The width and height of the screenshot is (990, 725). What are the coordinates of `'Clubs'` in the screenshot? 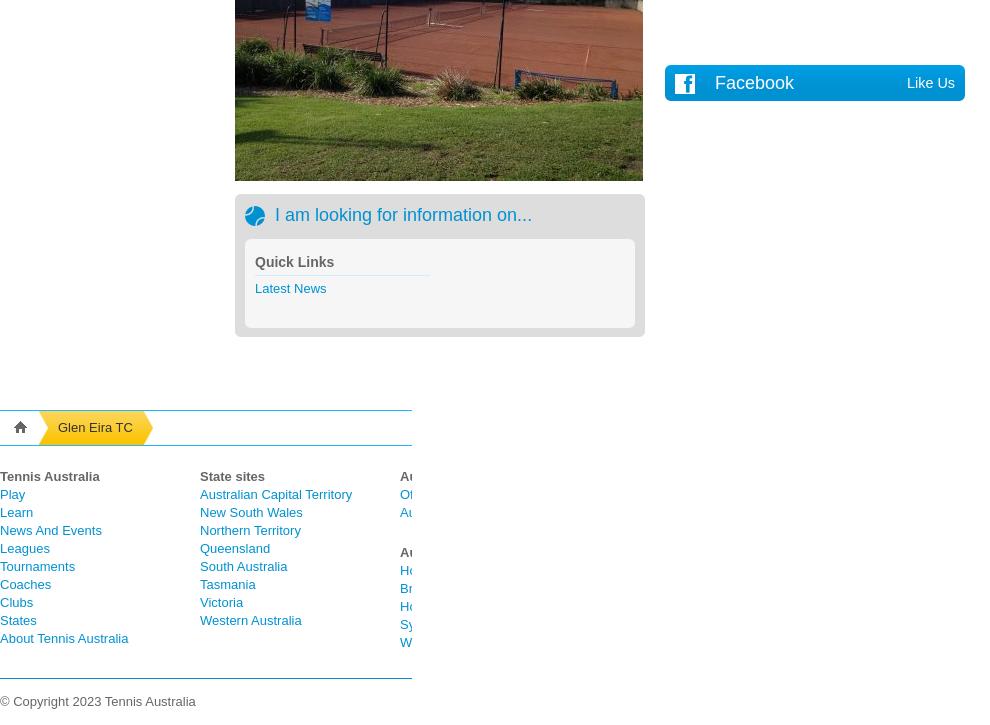 It's located at (15, 602).